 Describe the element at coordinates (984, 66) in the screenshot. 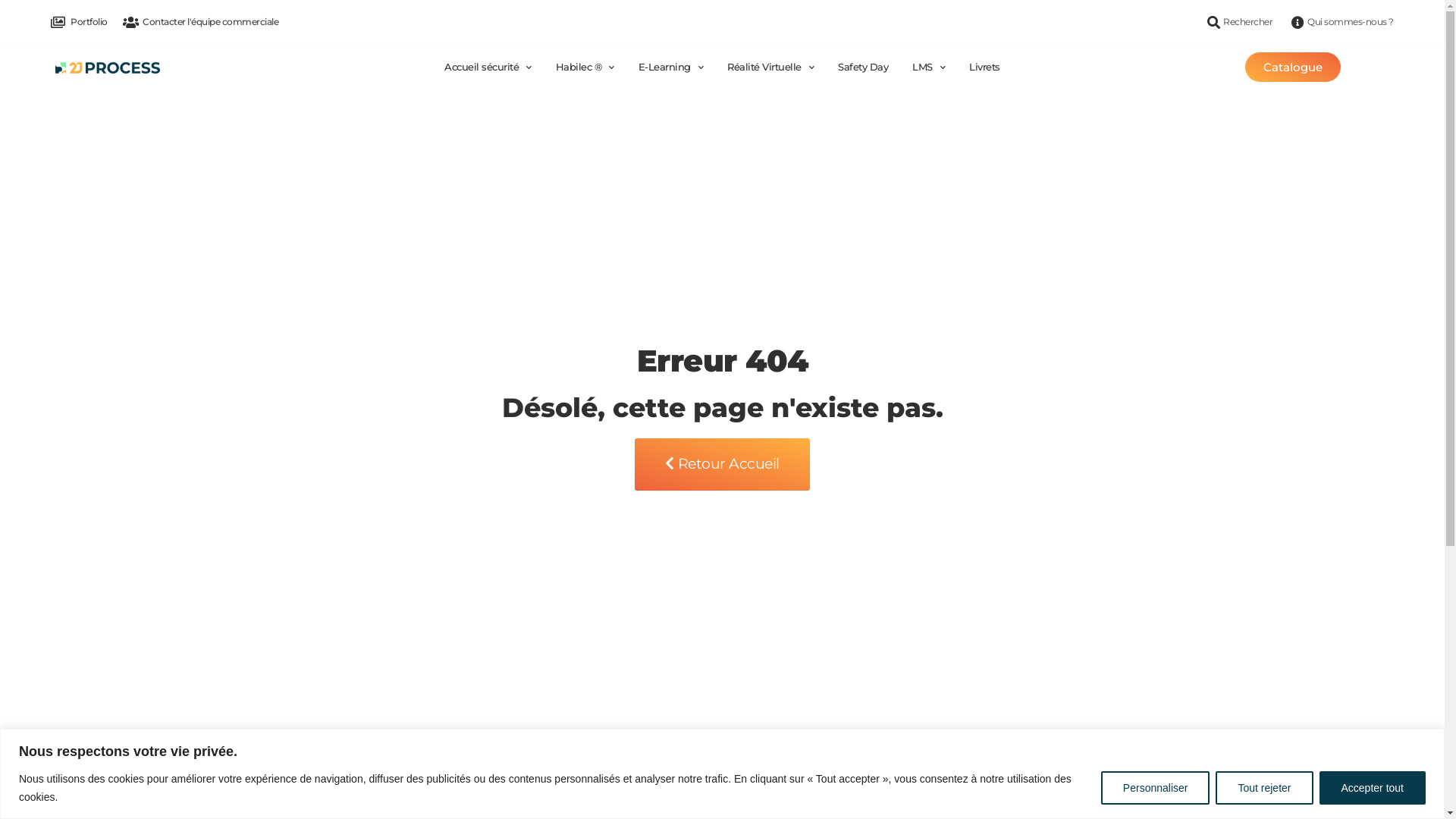

I see `'Livrets'` at that location.